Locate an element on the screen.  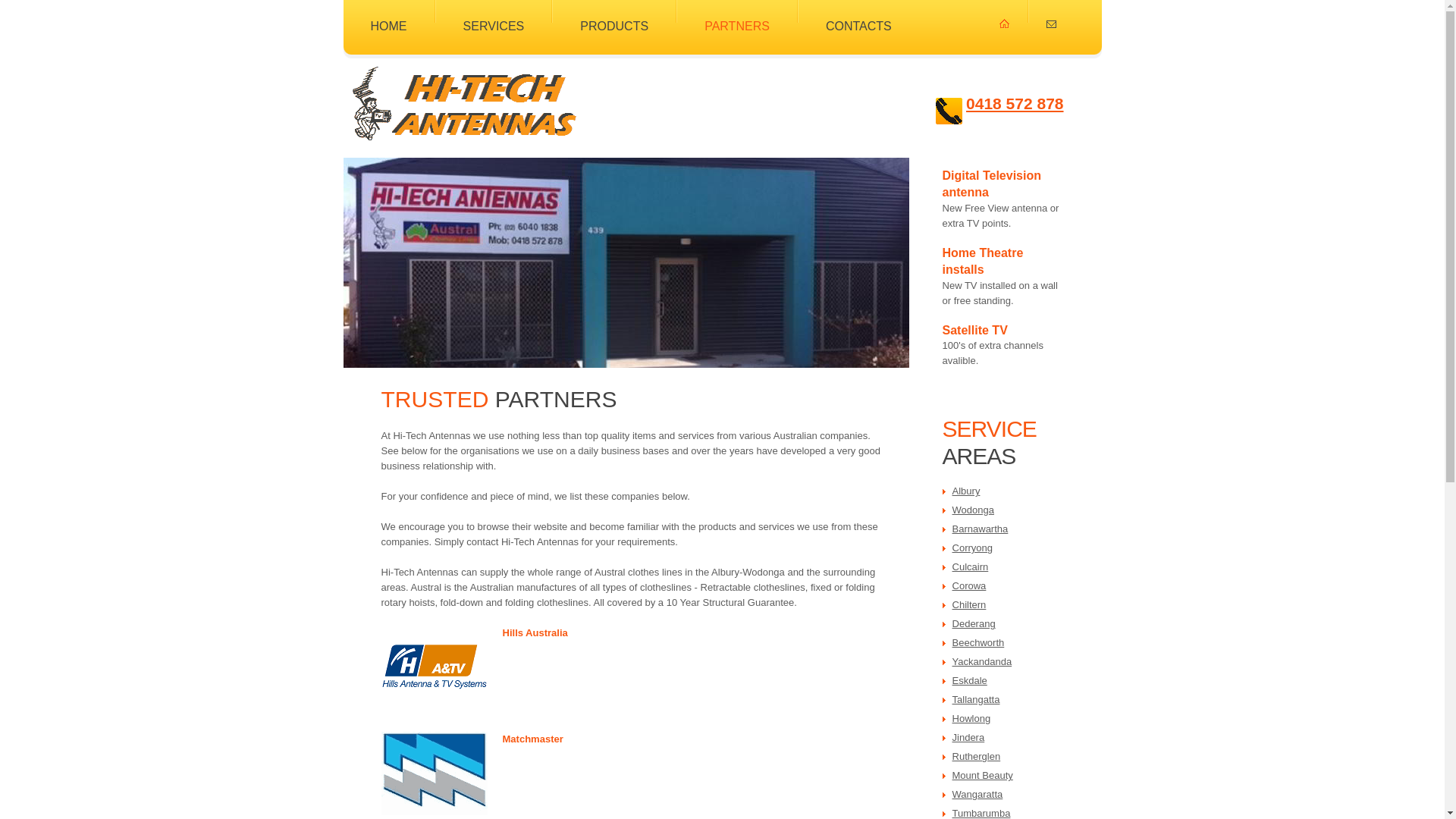
'Rutherglen' is located at coordinates (976, 756).